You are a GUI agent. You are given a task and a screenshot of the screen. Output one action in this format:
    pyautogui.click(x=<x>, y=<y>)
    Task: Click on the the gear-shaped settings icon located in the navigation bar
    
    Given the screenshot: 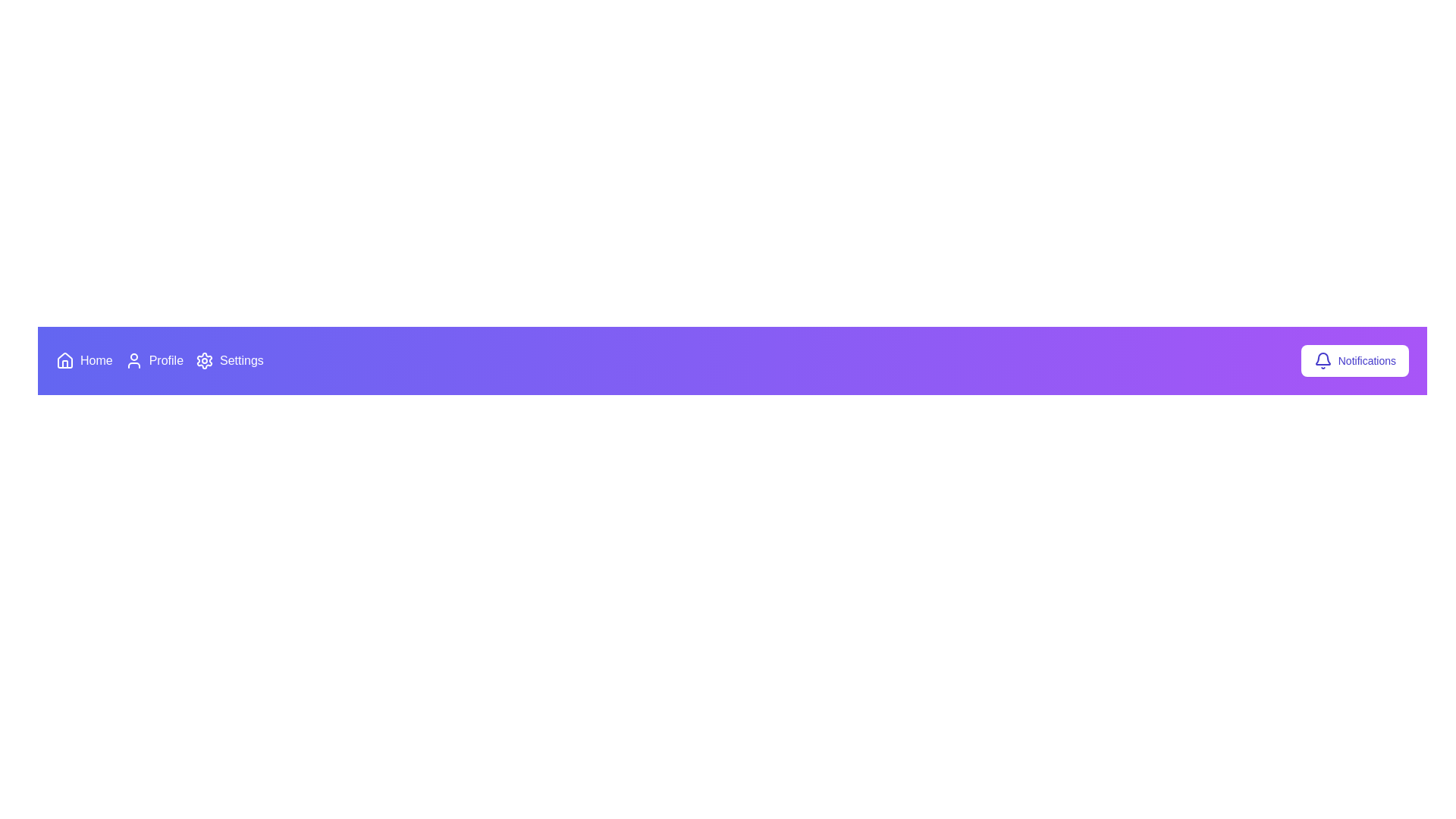 What is the action you would take?
    pyautogui.click(x=204, y=360)
    